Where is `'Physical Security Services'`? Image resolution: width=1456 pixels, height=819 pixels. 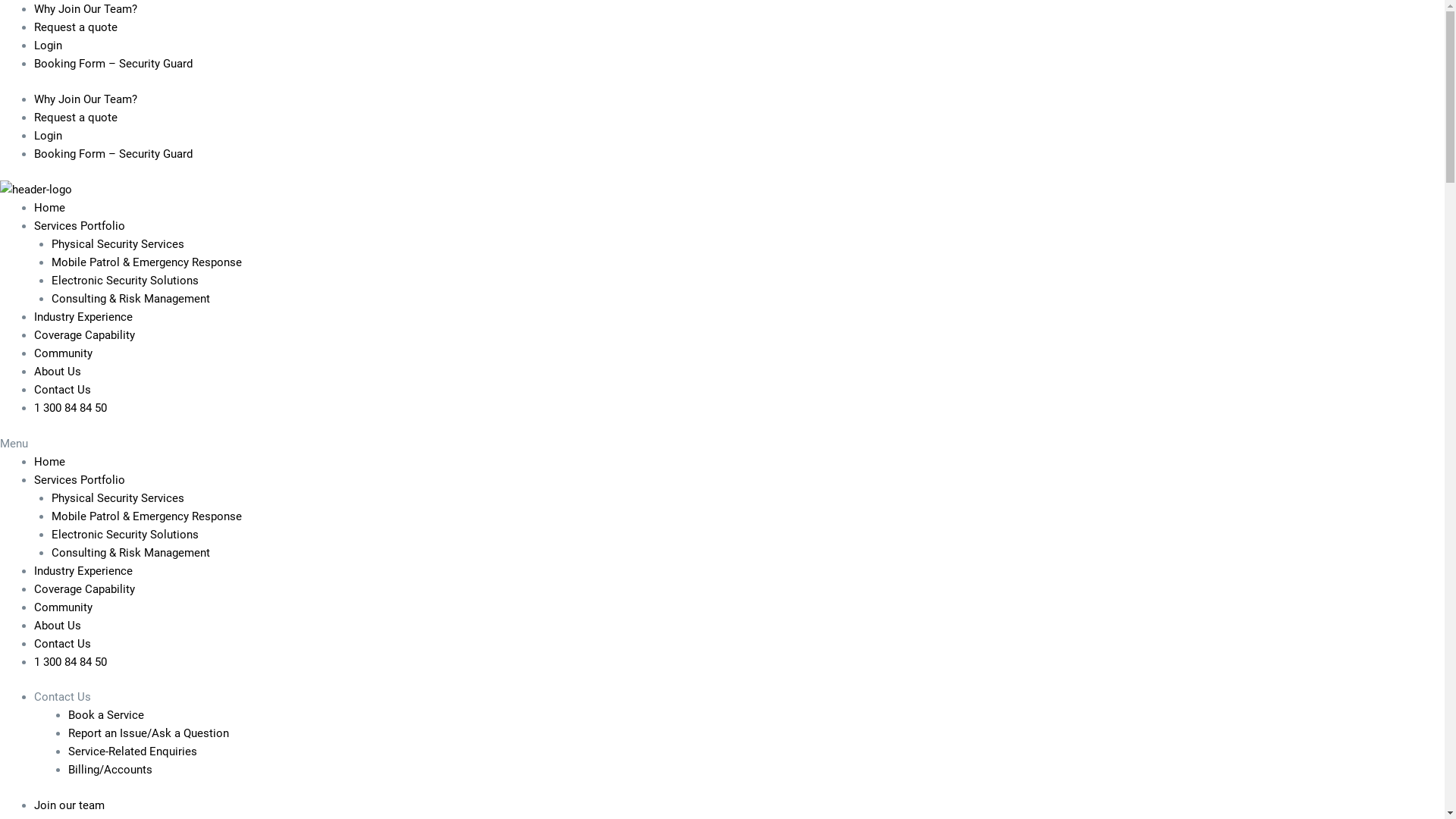
'Physical Security Services' is located at coordinates (117, 243).